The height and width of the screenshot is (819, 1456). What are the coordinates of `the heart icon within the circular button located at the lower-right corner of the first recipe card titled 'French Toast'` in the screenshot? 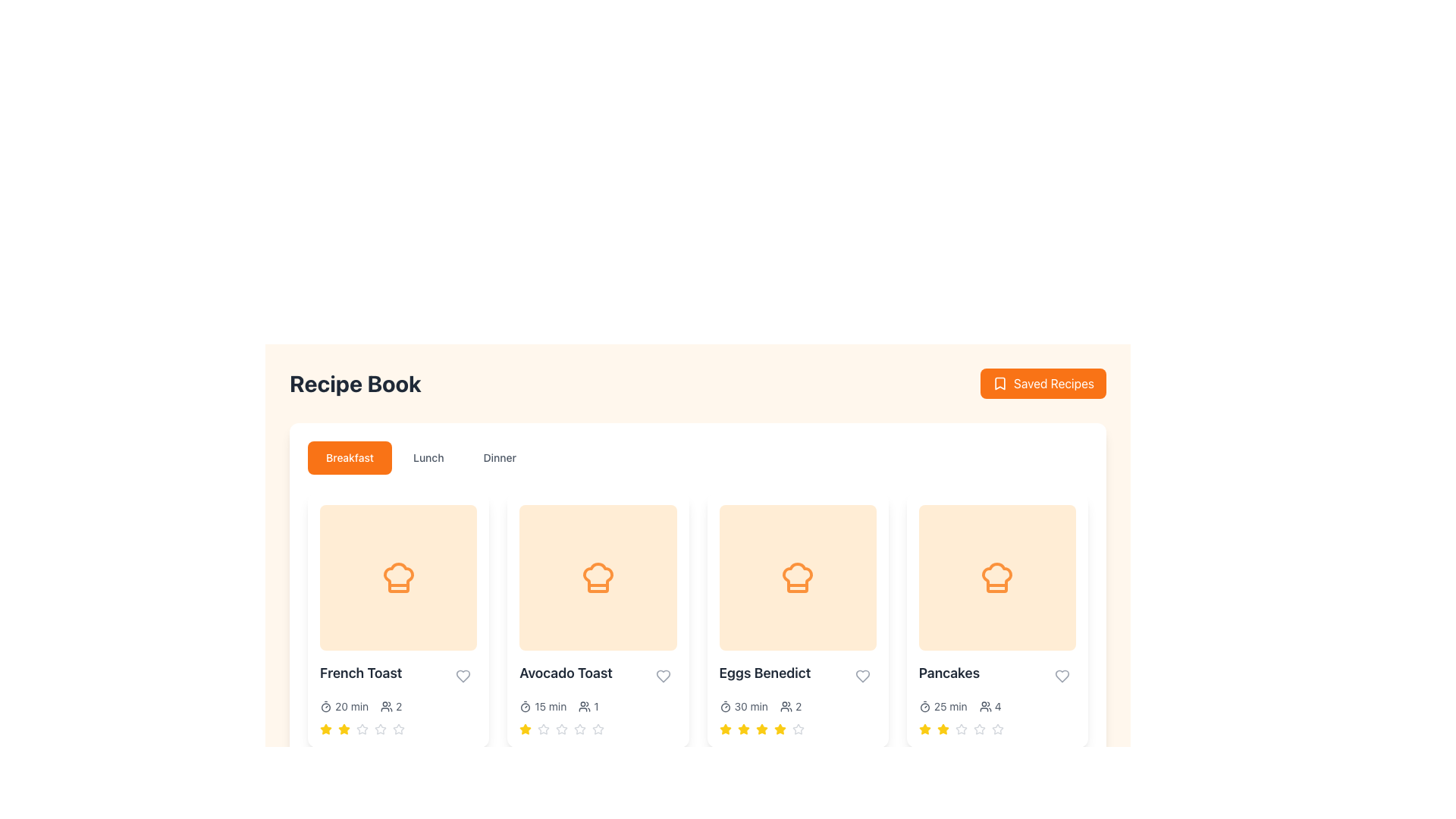 It's located at (463, 675).